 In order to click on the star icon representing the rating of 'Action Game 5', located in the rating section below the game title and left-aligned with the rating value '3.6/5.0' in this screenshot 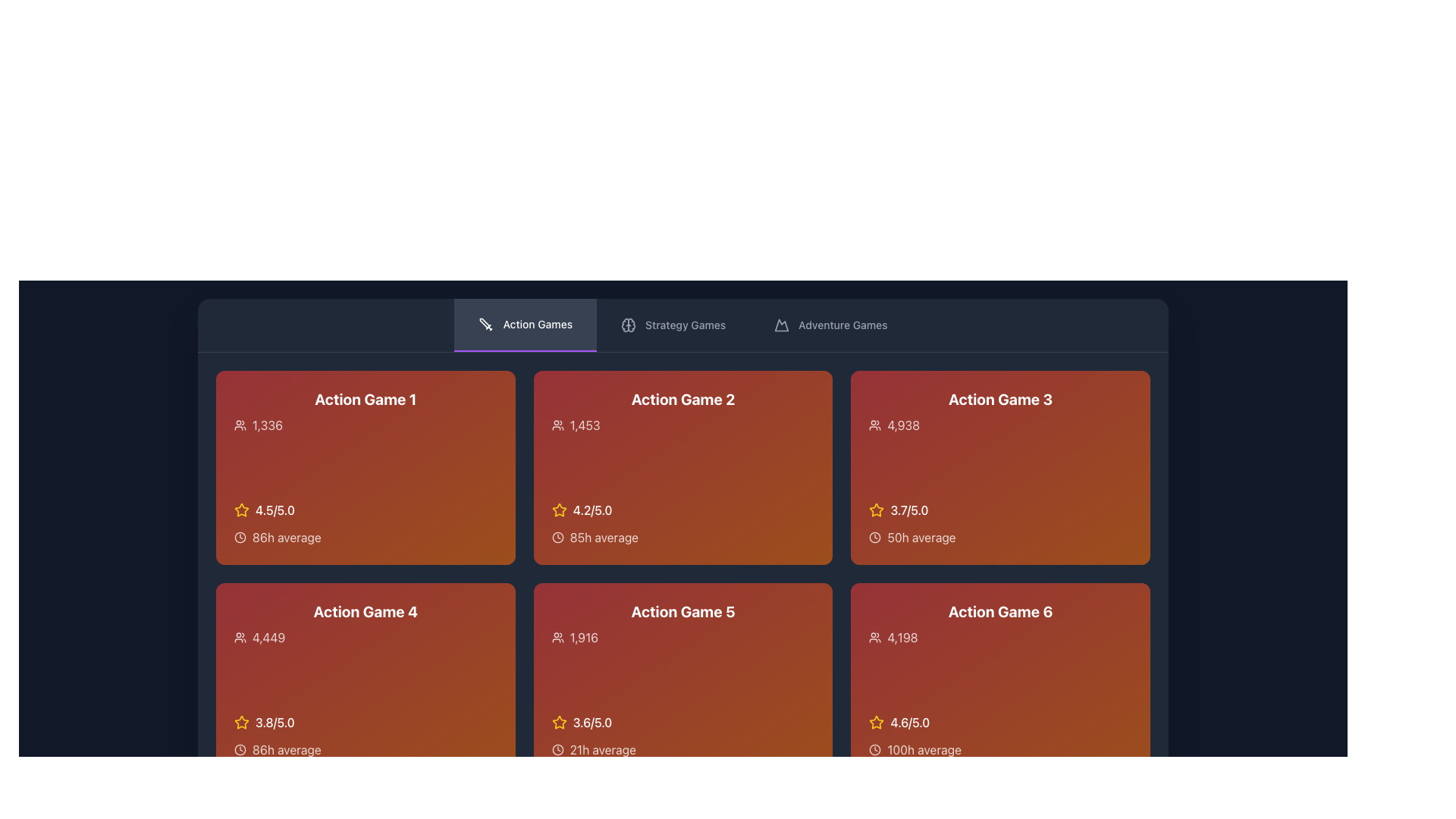, I will do `click(558, 721)`.